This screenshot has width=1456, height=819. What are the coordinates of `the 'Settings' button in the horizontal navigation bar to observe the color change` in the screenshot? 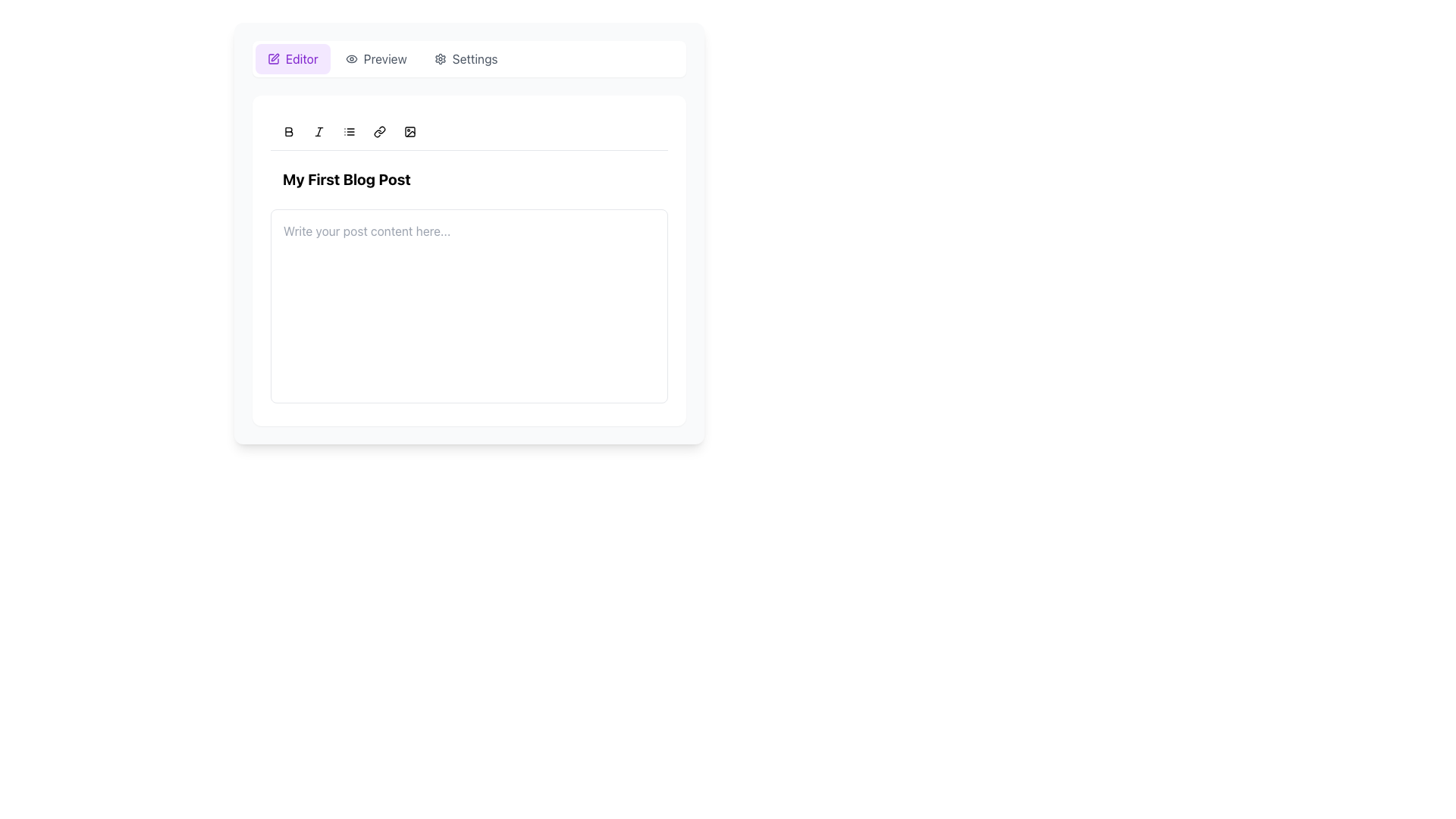 It's located at (465, 58).